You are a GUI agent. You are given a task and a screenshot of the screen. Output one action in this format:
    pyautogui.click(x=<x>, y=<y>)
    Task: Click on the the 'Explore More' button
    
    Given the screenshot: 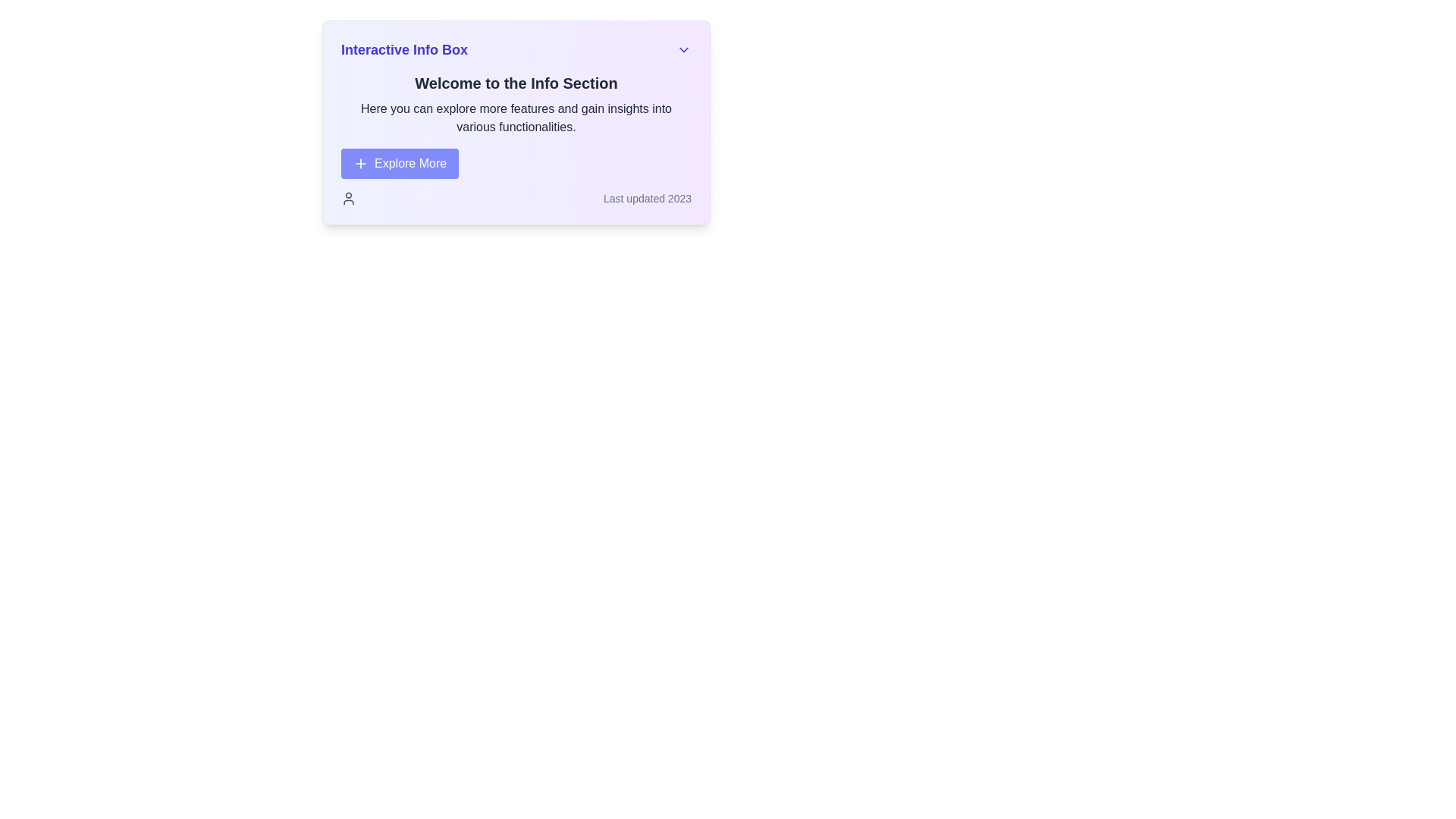 What is the action you would take?
    pyautogui.click(x=400, y=164)
    